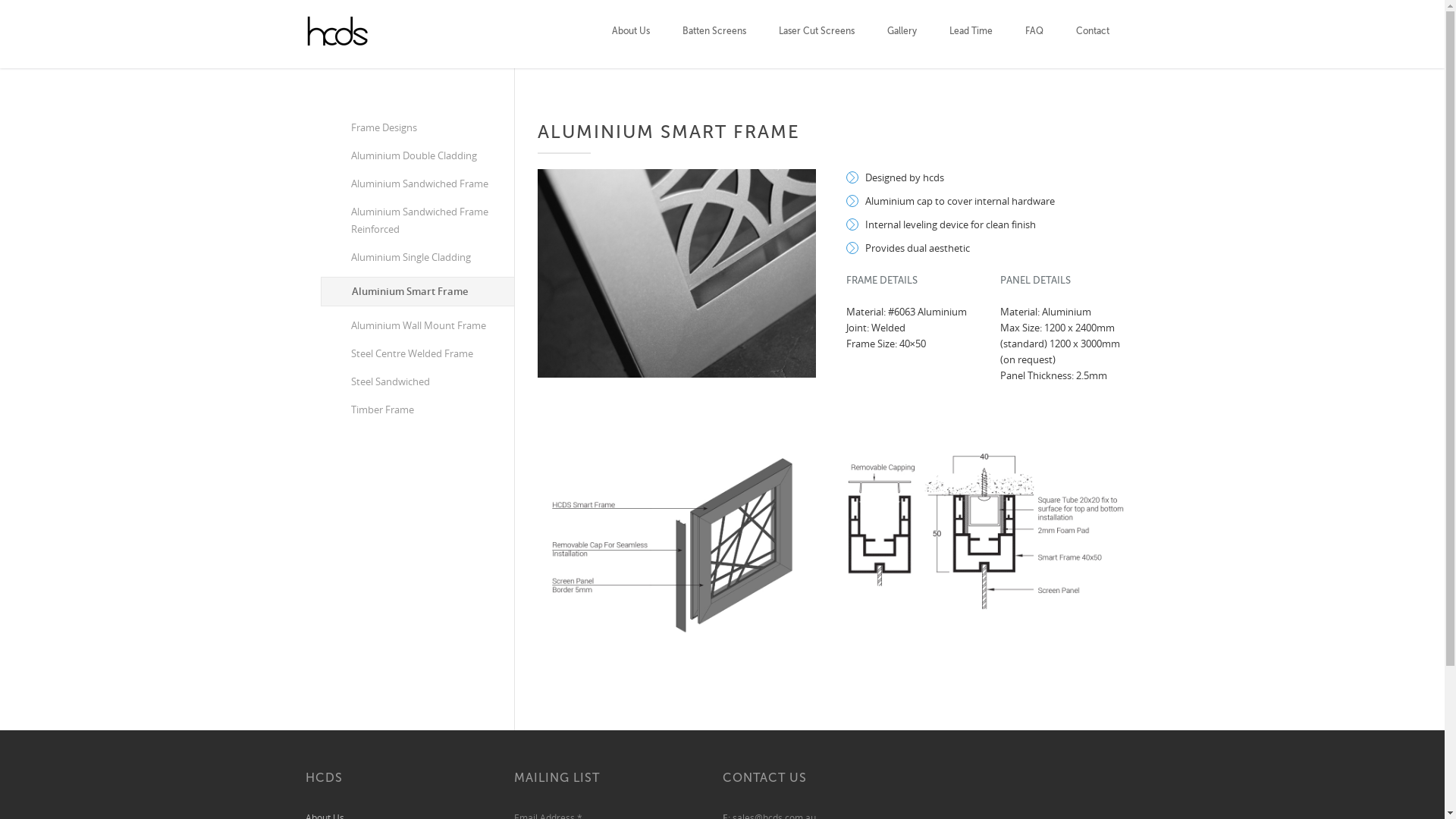 This screenshot has height=819, width=1456. Describe the element at coordinates (611, 34) in the screenshot. I see `'About Us'` at that location.